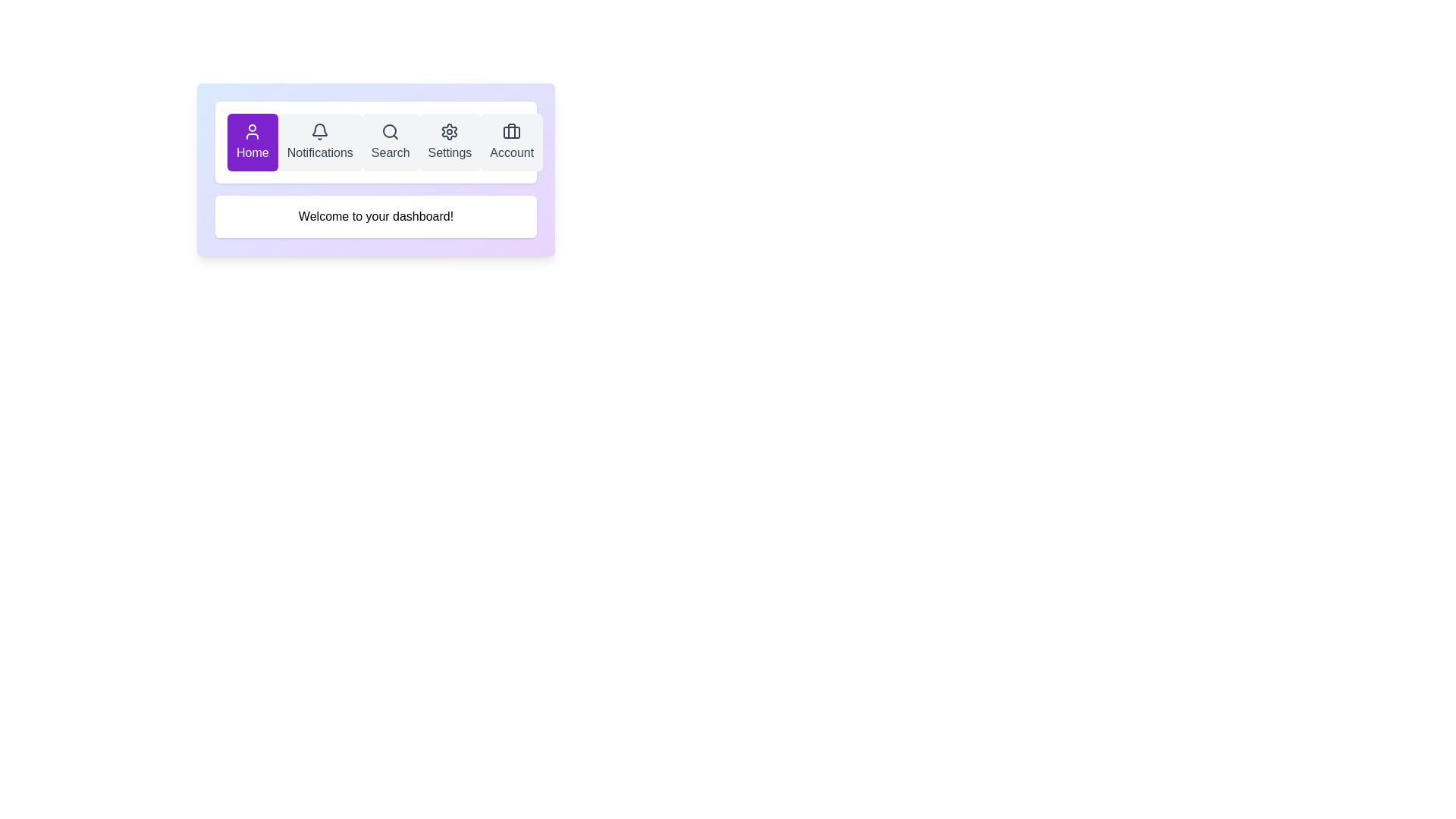 Image resolution: width=1456 pixels, height=819 pixels. What do you see at coordinates (319, 130) in the screenshot?
I see `the bell icon representing notifications` at bounding box center [319, 130].